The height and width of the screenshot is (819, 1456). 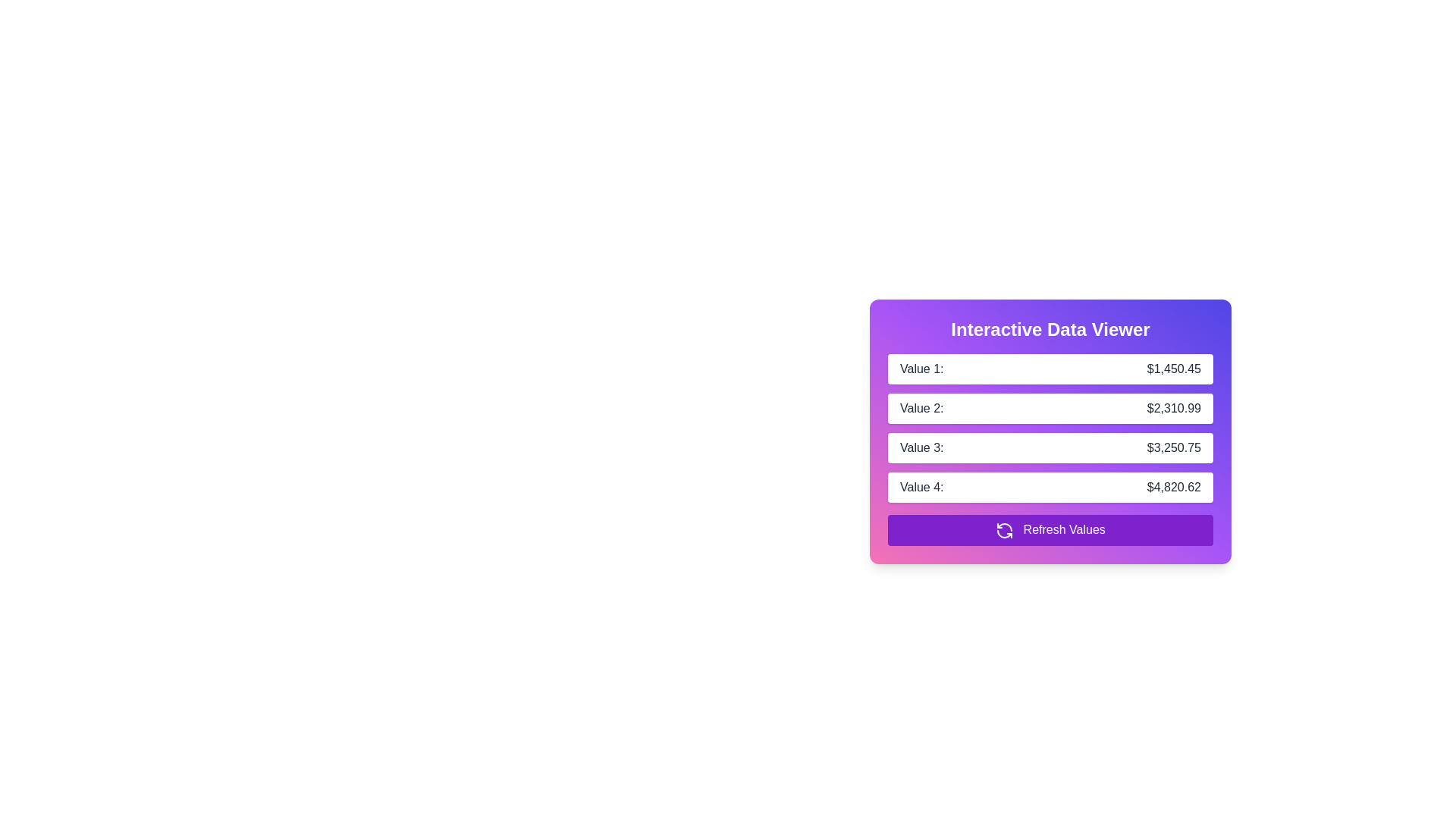 I want to click on the rectangular purple button labeled 'Refresh Values' that contains the circular arrow icon resembling a refresh symbol, so click(x=1005, y=529).